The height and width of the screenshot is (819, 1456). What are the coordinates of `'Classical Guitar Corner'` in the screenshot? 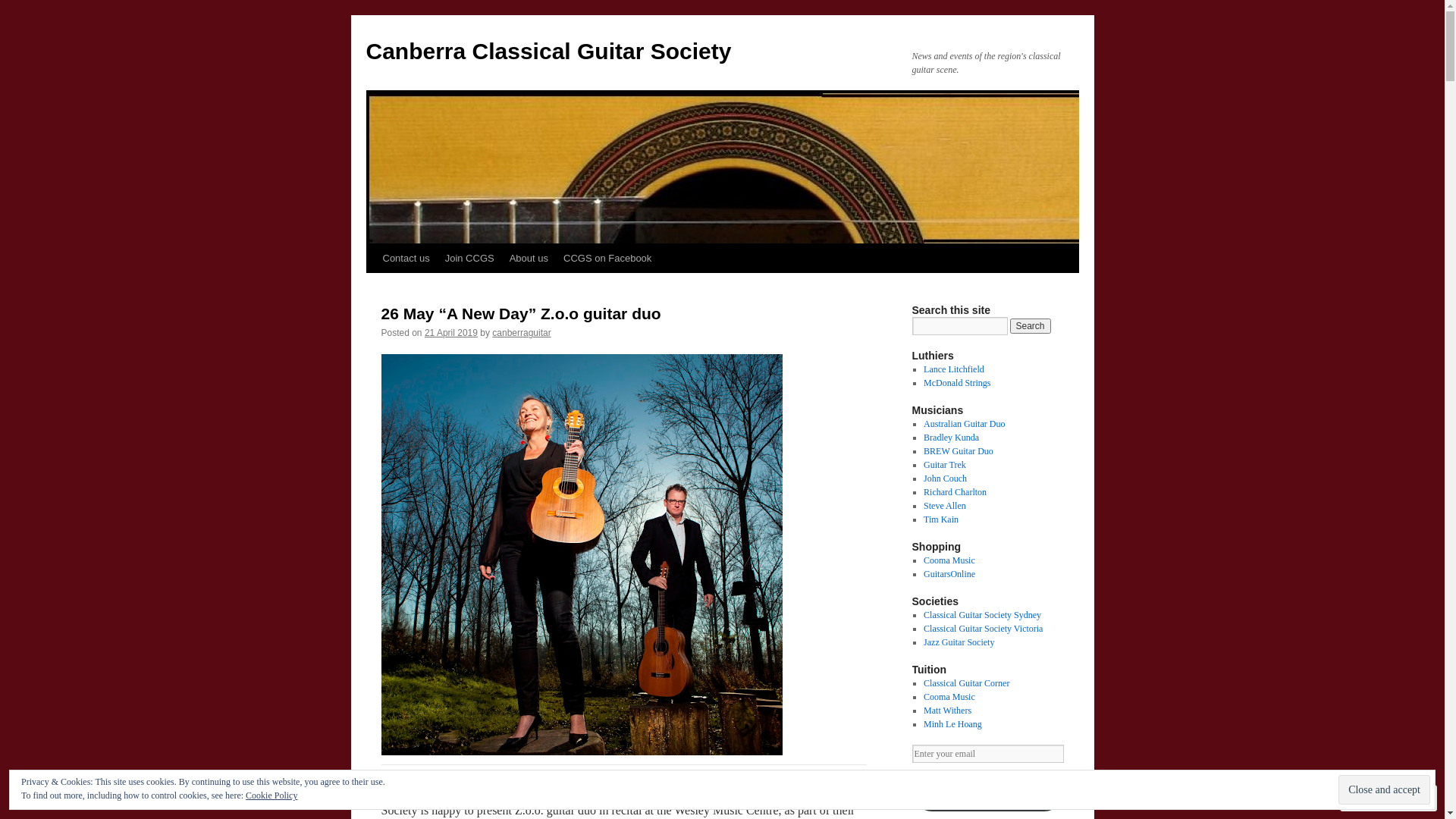 It's located at (965, 683).